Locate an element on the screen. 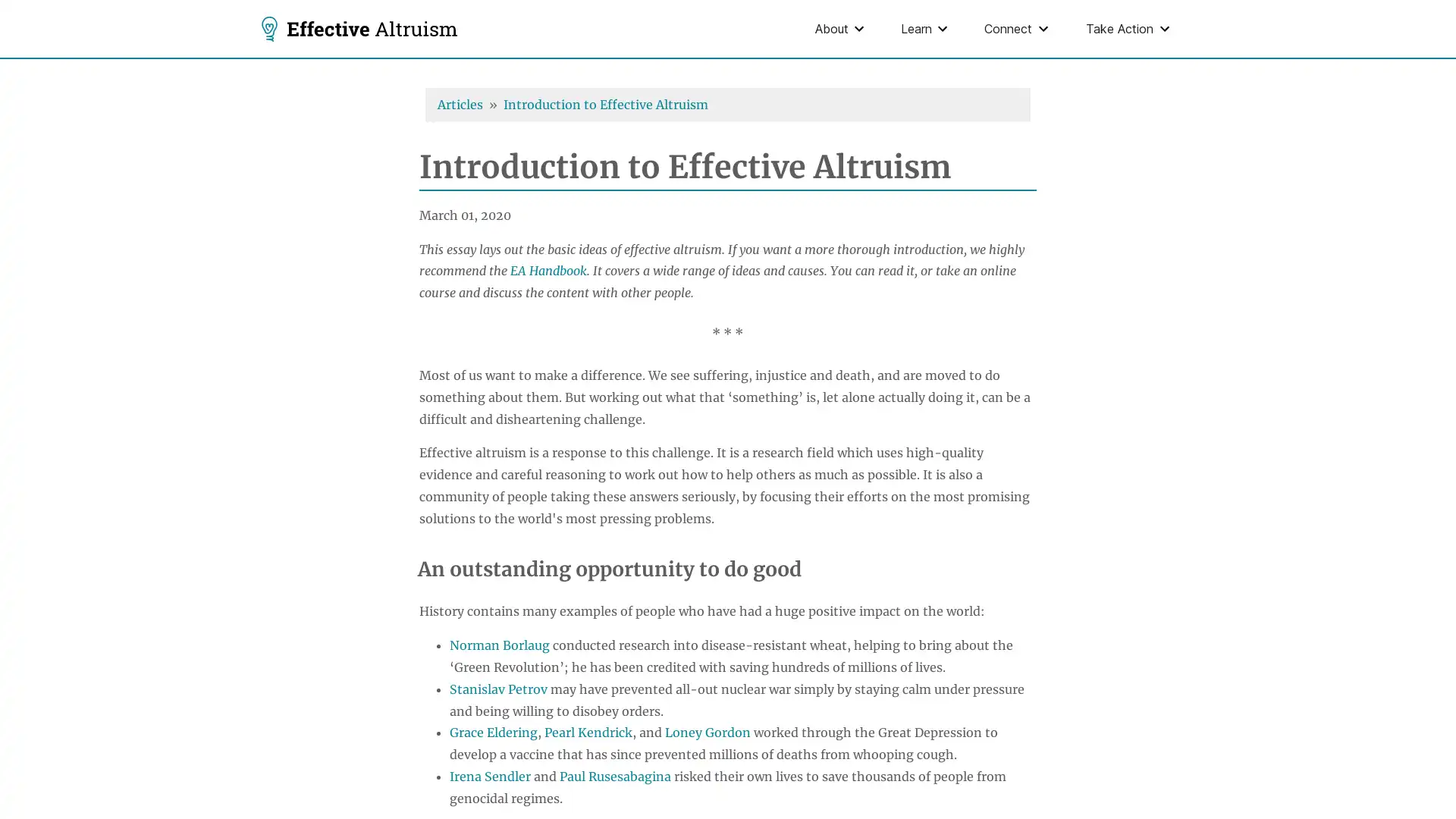  Connect is located at coordinates (1017, 29).